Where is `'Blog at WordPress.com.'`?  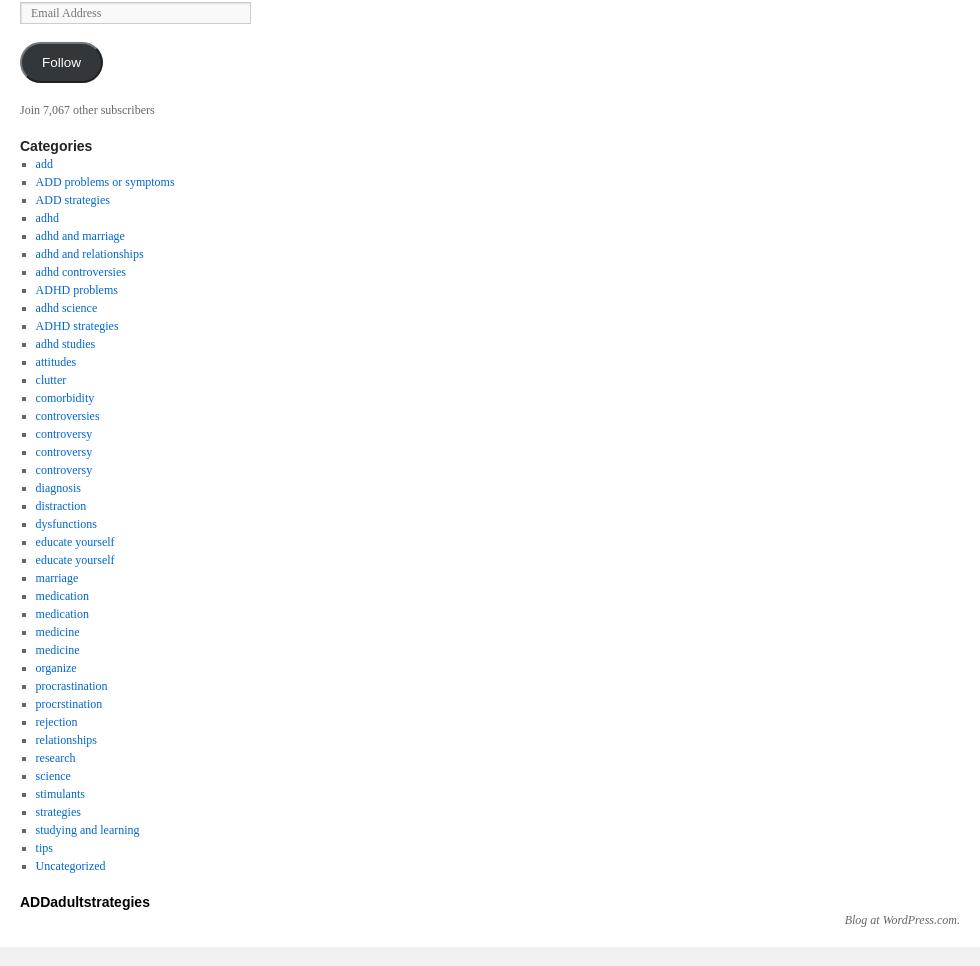 'Blog at WordPress.com.' is located at coordinates (843, 917).